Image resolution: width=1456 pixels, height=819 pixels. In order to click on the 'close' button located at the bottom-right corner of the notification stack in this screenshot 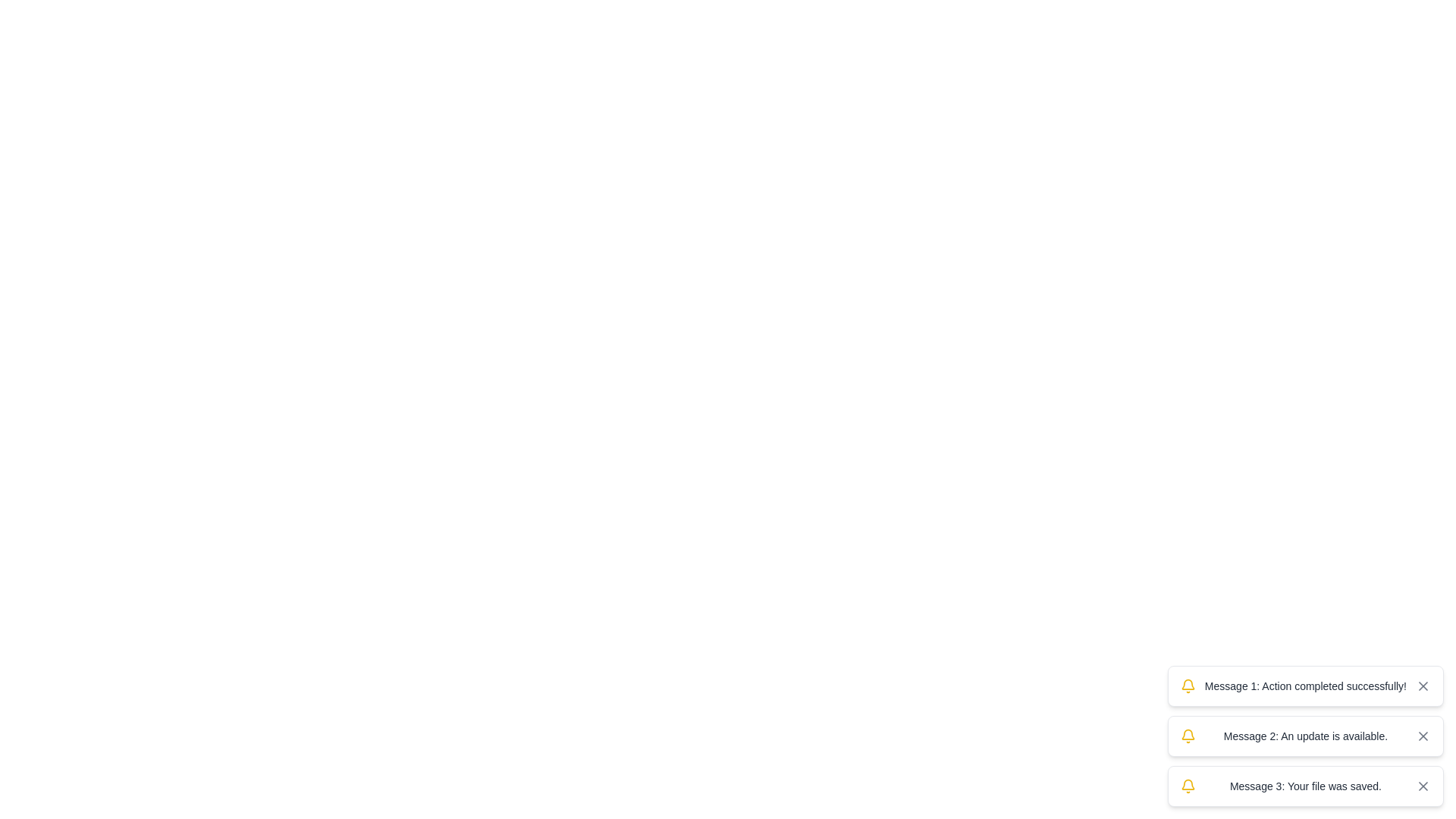, I will do `click(1422, 786)`.